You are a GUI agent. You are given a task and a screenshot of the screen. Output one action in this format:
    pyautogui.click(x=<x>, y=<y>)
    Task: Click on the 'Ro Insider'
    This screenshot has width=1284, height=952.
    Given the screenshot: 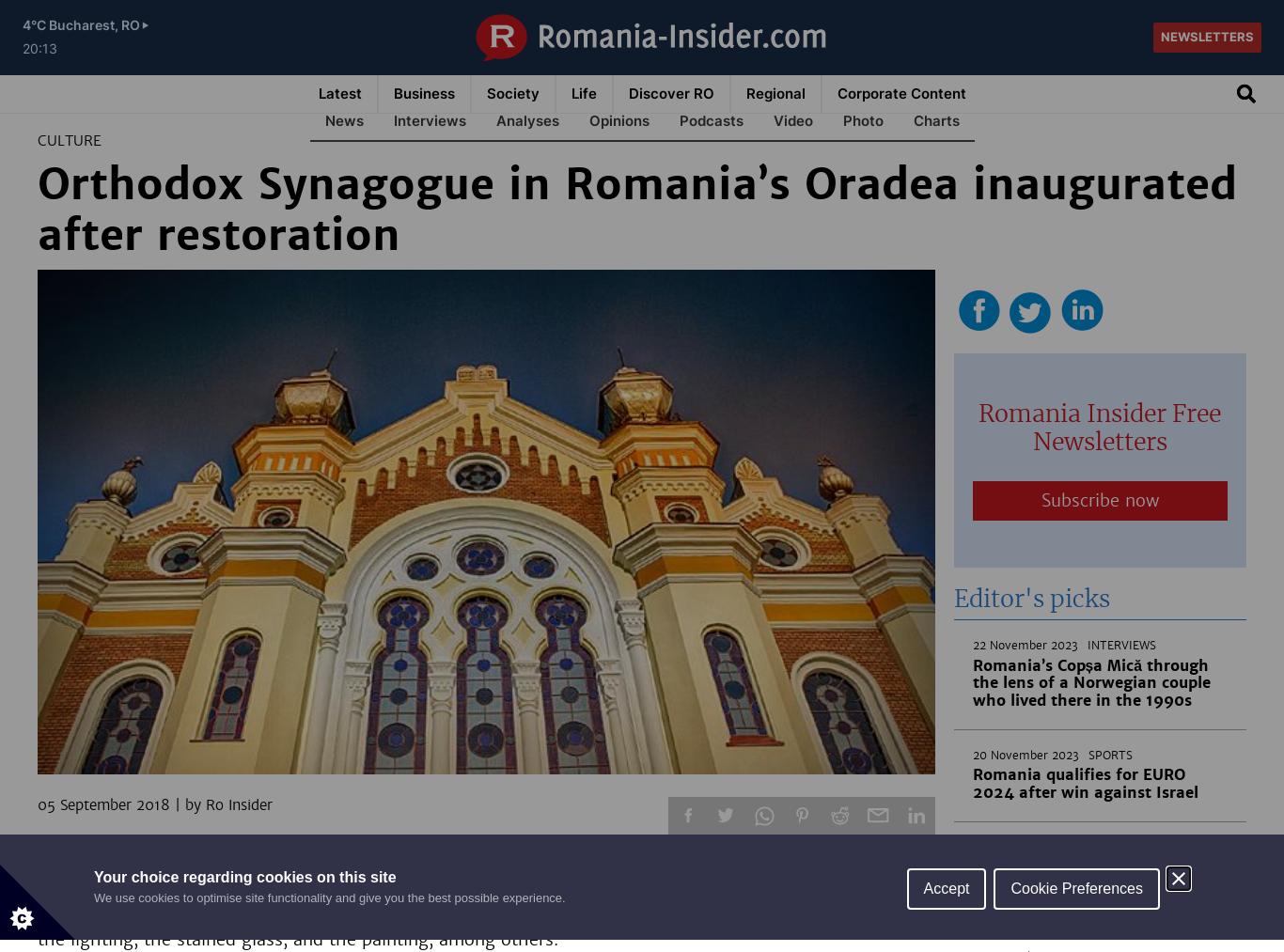 What is the action you would take?
    pyautogui.click(x=239, y=803)
    